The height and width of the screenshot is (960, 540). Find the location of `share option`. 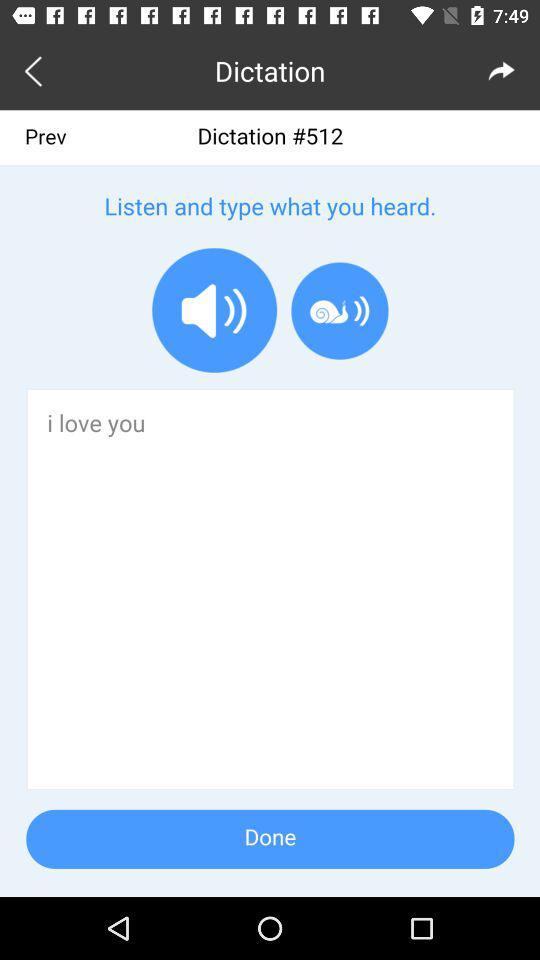

share option is located at coordinates (501, 70).